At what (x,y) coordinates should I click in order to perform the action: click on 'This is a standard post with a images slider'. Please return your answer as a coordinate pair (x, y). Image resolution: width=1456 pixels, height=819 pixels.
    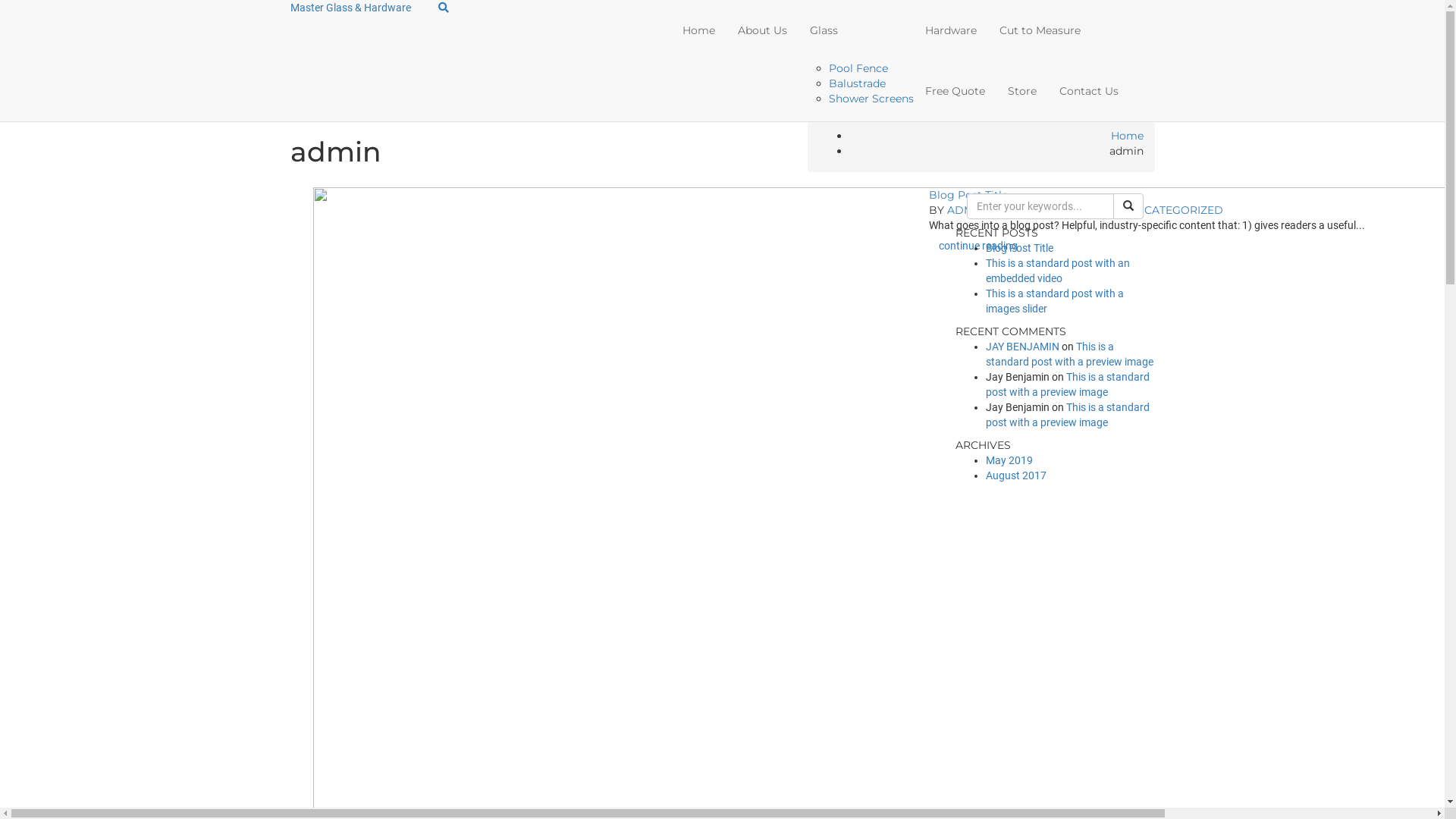
    Looking at the image, I should click on (1054, 301).